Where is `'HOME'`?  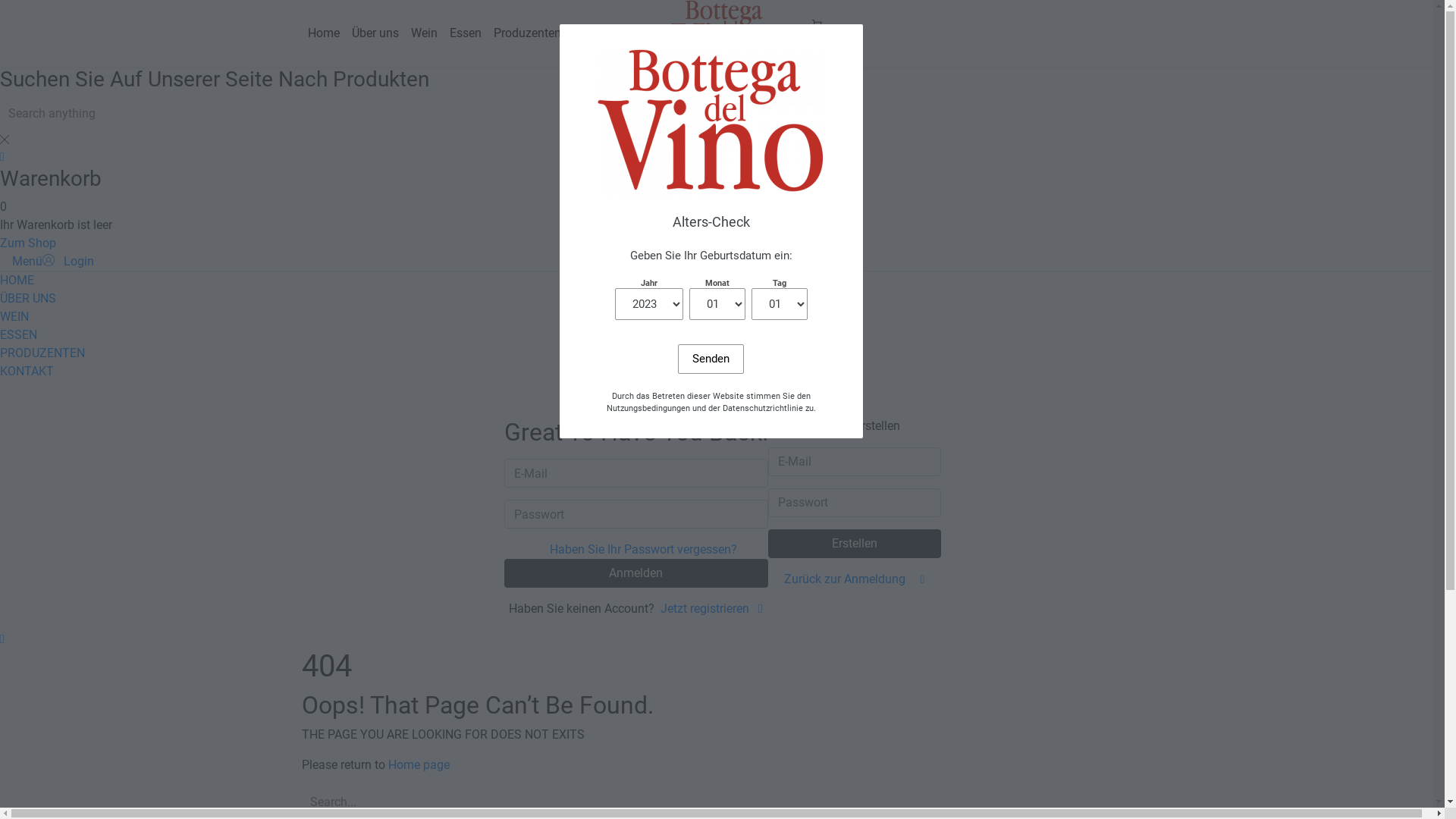
'HOME' is located at coordinates (17, 280).